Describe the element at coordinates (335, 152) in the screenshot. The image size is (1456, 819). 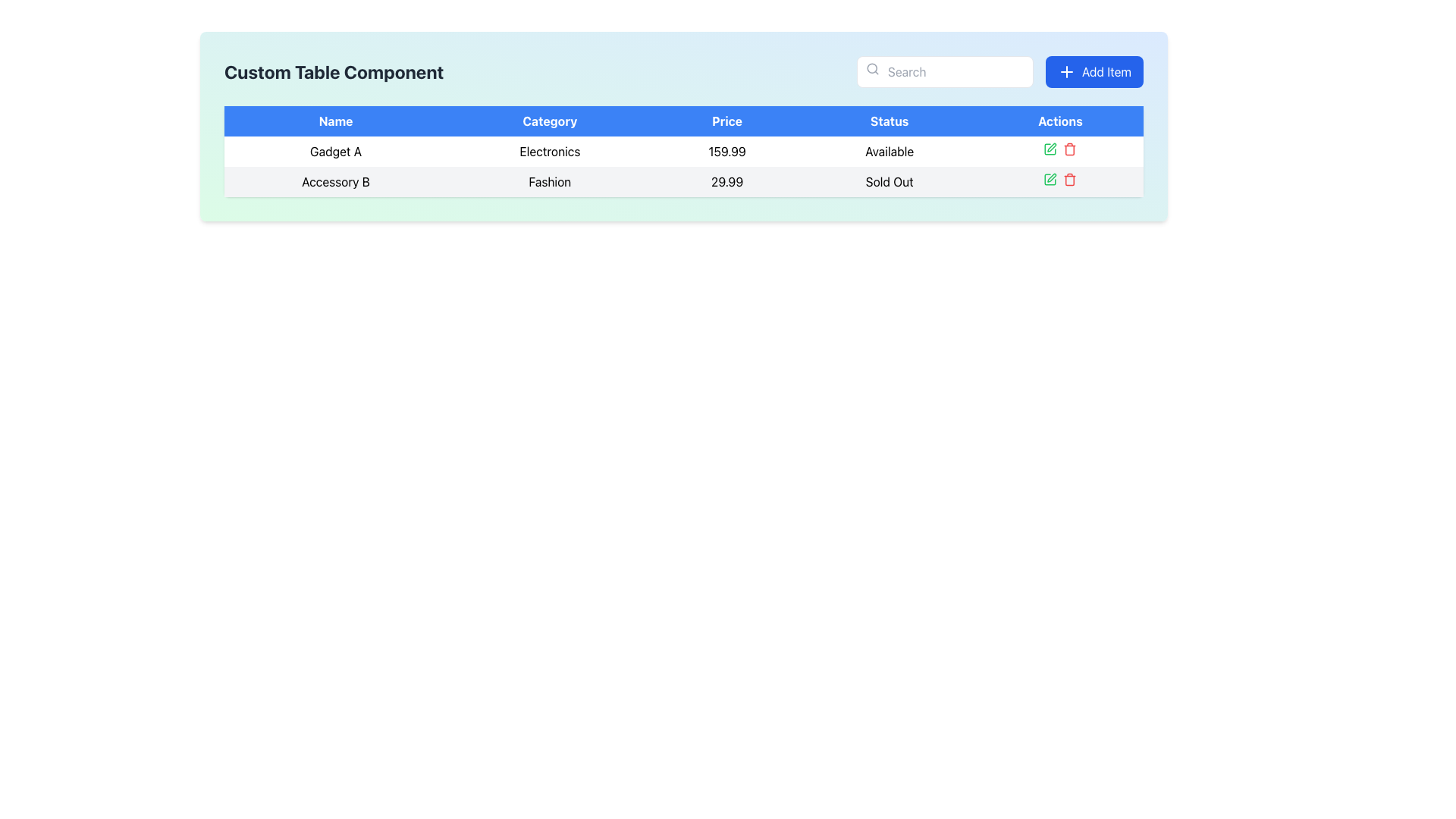
I see `the text label displaying 'Gadget A' in black, located in the first column of the first data row of the table` at that location.